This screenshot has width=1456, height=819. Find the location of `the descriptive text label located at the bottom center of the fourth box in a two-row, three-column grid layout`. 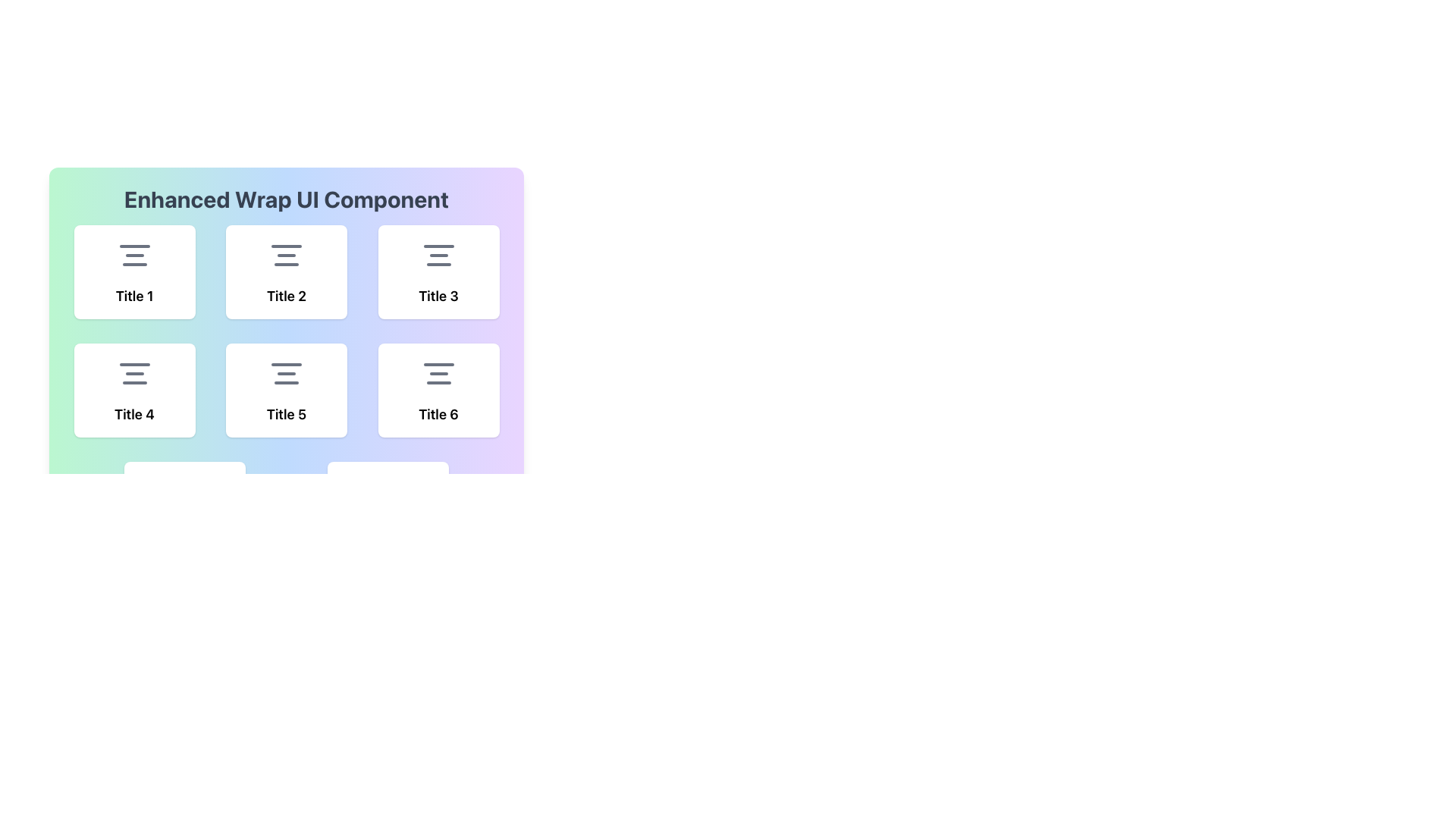

the descriptive text label located at the bottom center of the fourth box in a two-row, three-column grid layout is located at coordinates (134, 415).